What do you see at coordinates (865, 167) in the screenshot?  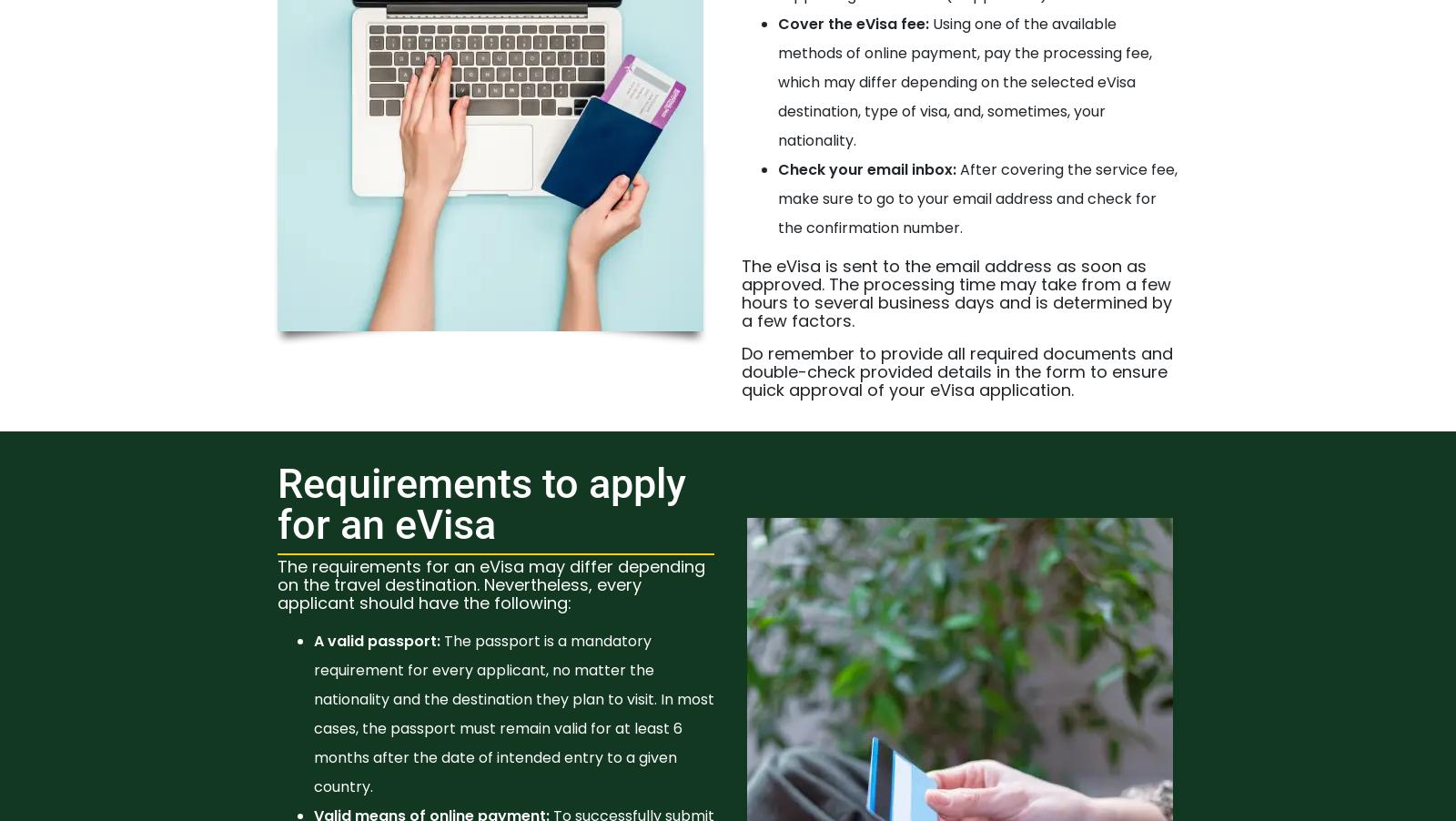 I see `'Check your email inbox:'` at bounding box center [865, 167].